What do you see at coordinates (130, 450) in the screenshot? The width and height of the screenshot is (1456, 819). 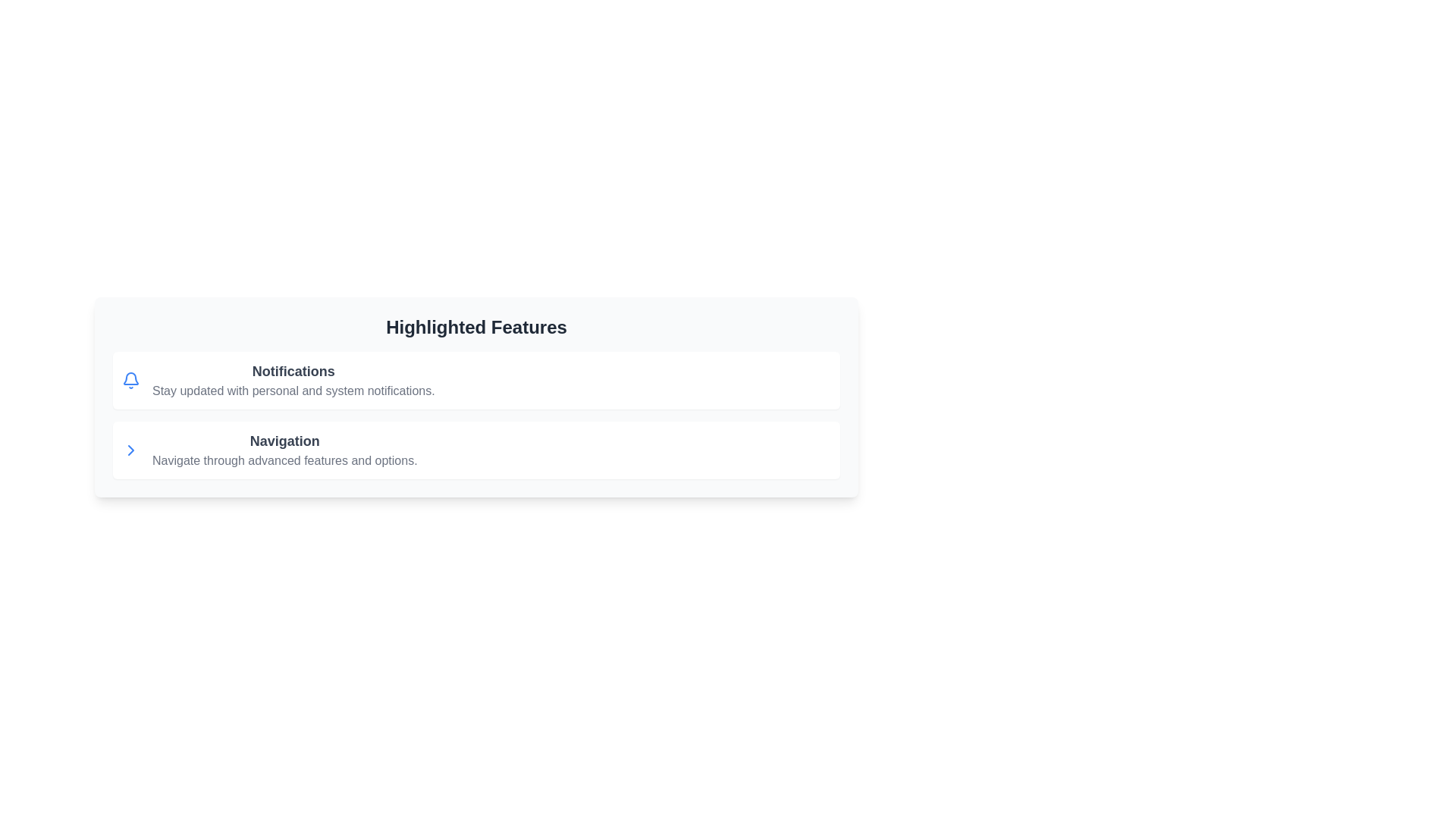 I see `the blue right-facing chevron icon located under the 'Highlighted Features' section in the 'Navigation' category` at bounding box center [130, 450].